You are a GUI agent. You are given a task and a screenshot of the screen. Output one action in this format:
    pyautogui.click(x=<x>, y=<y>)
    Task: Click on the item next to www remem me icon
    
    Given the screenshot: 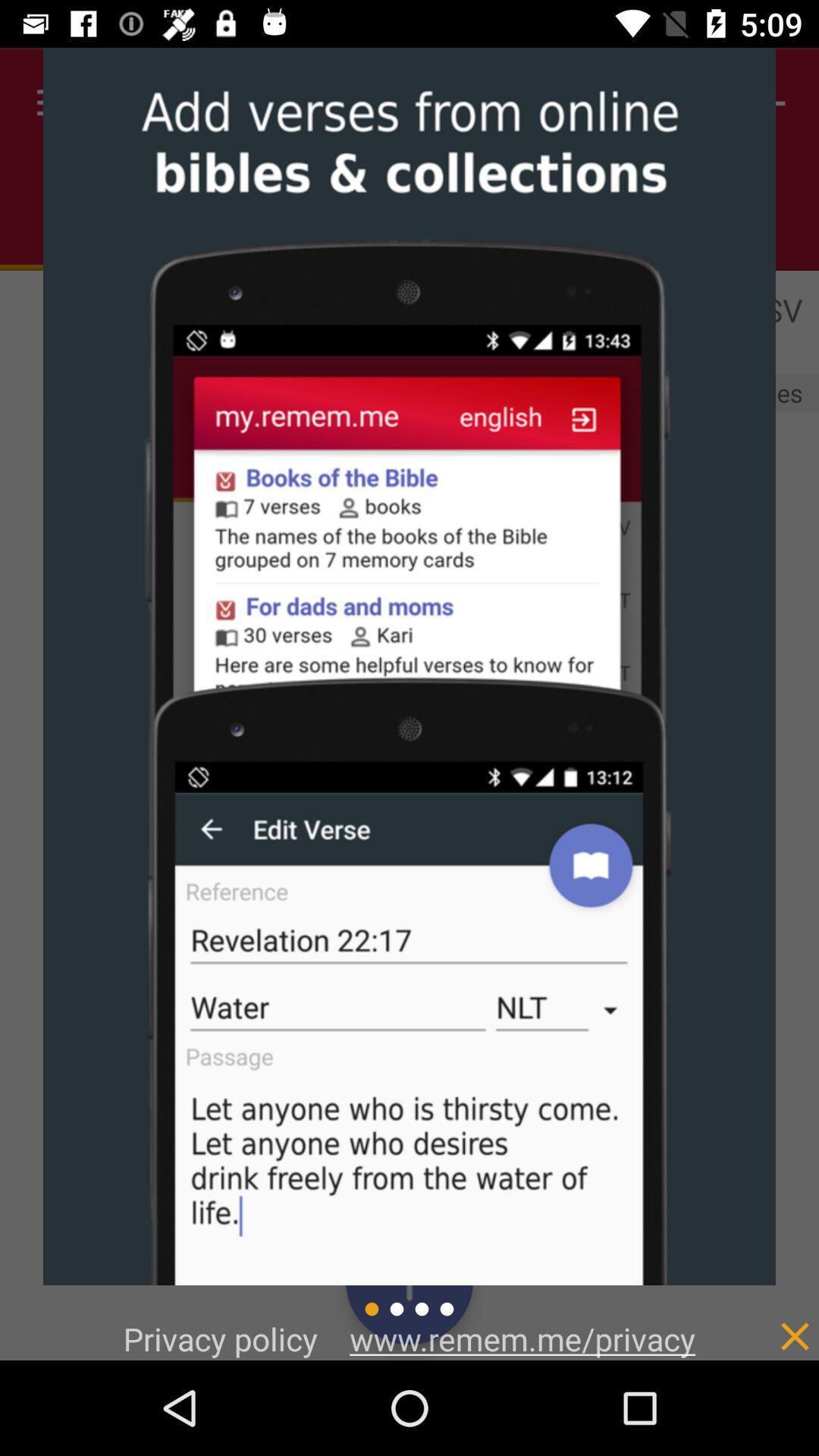 What is the action you would take?
    pyautogui.click(x=763, y=1319)
    